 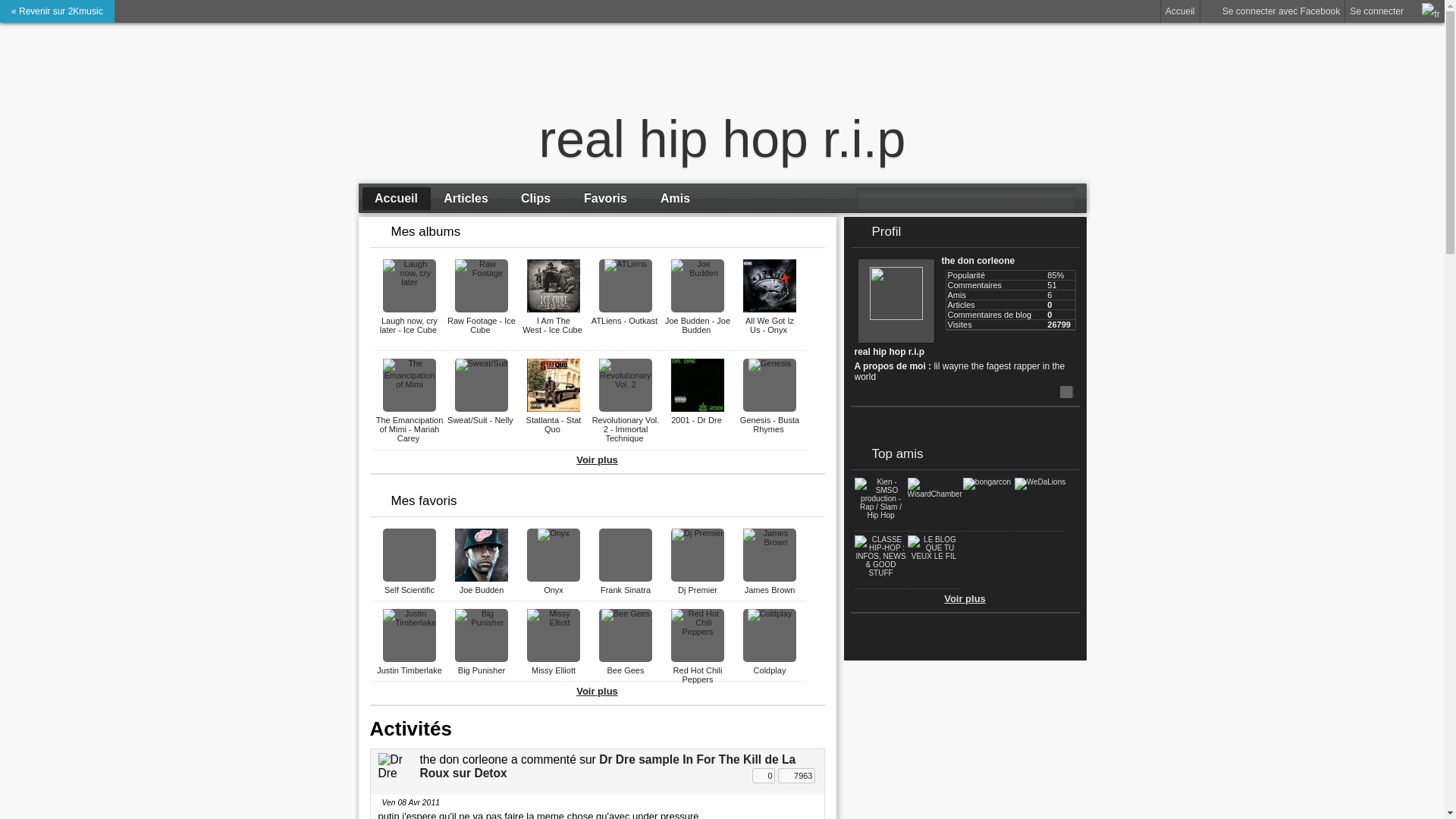 What do you see at coordinates (854, 573) in the screenshot?
I see `'CLASSE HIP-HOP : INFOS, NEWS & GOOD STUFF'` at bounding box center [854, 573].